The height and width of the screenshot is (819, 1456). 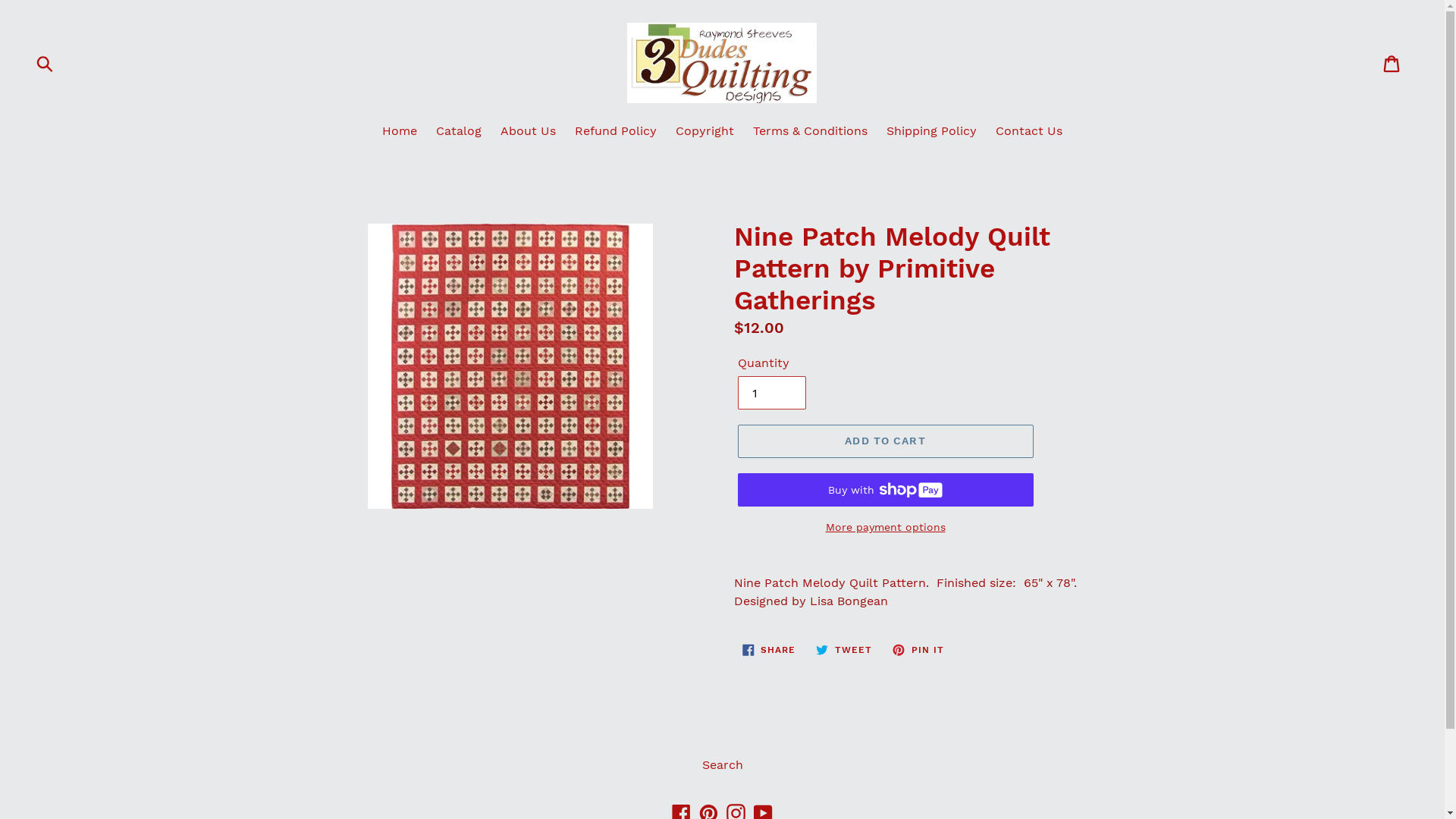 I want to click on 'Refund Policy', so click(x=615, y=131).